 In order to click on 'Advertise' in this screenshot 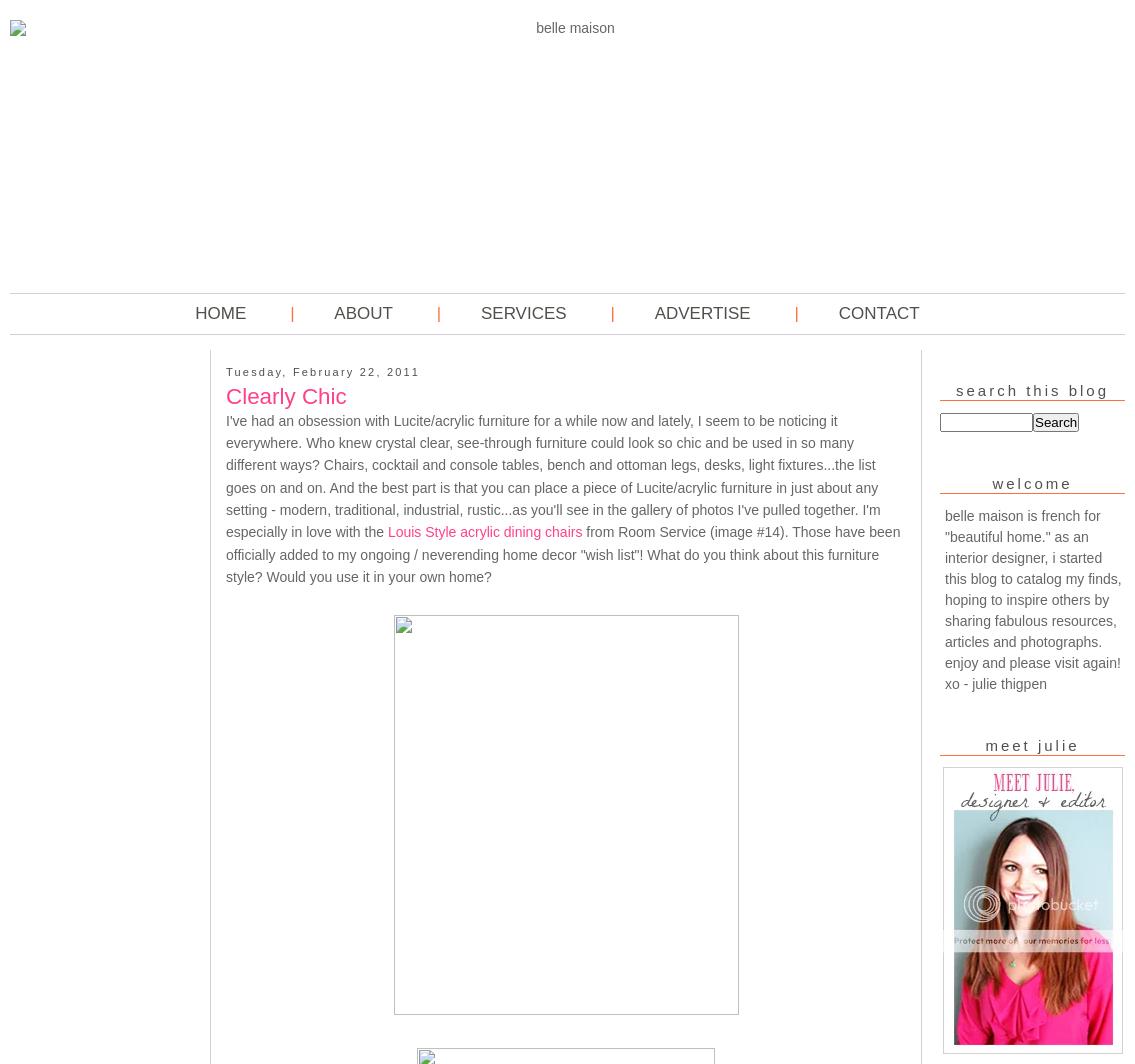, I will do `click(701, 313)`.